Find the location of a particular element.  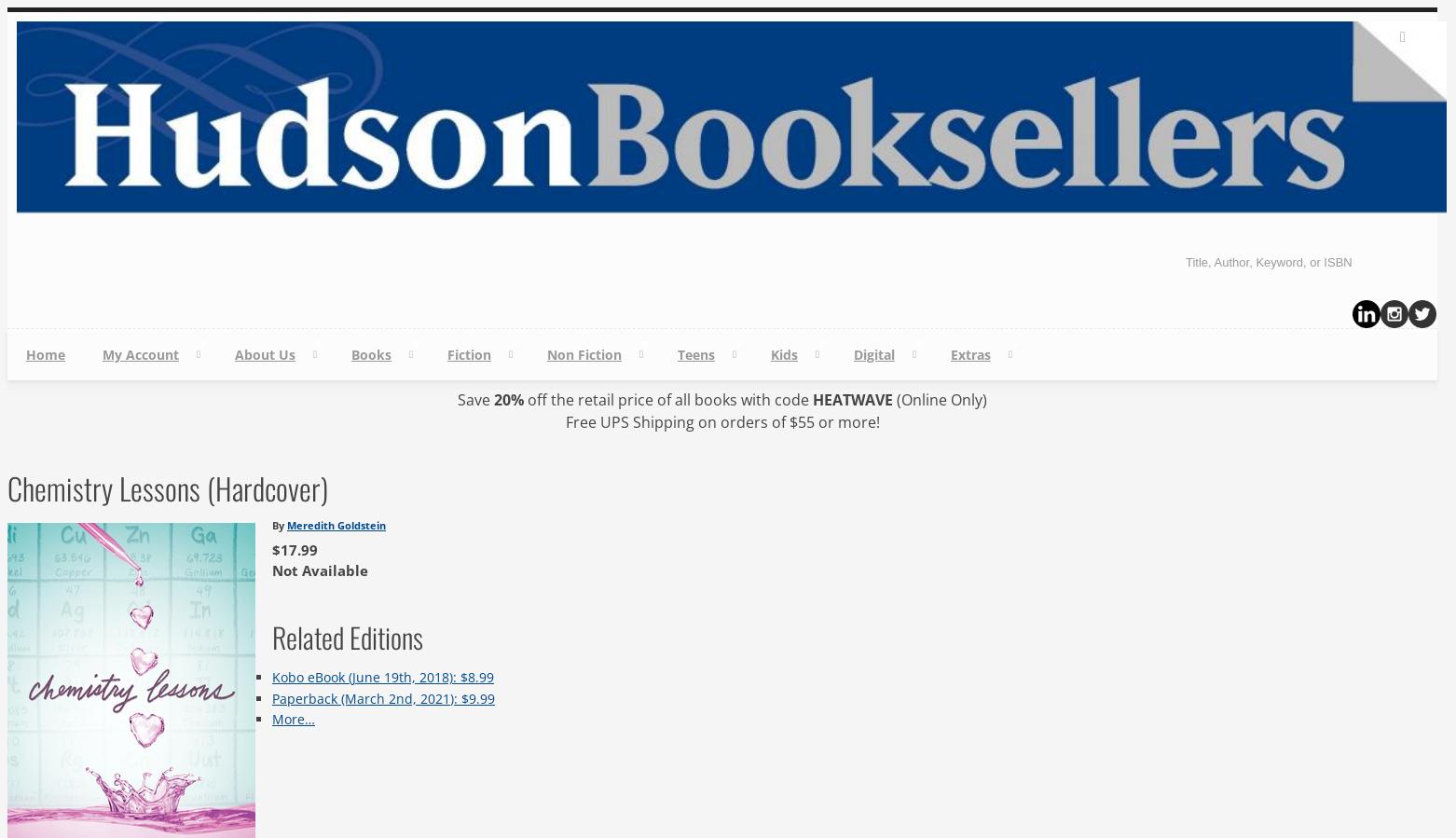

'Related Editions' is located at coordinates (348, 636).